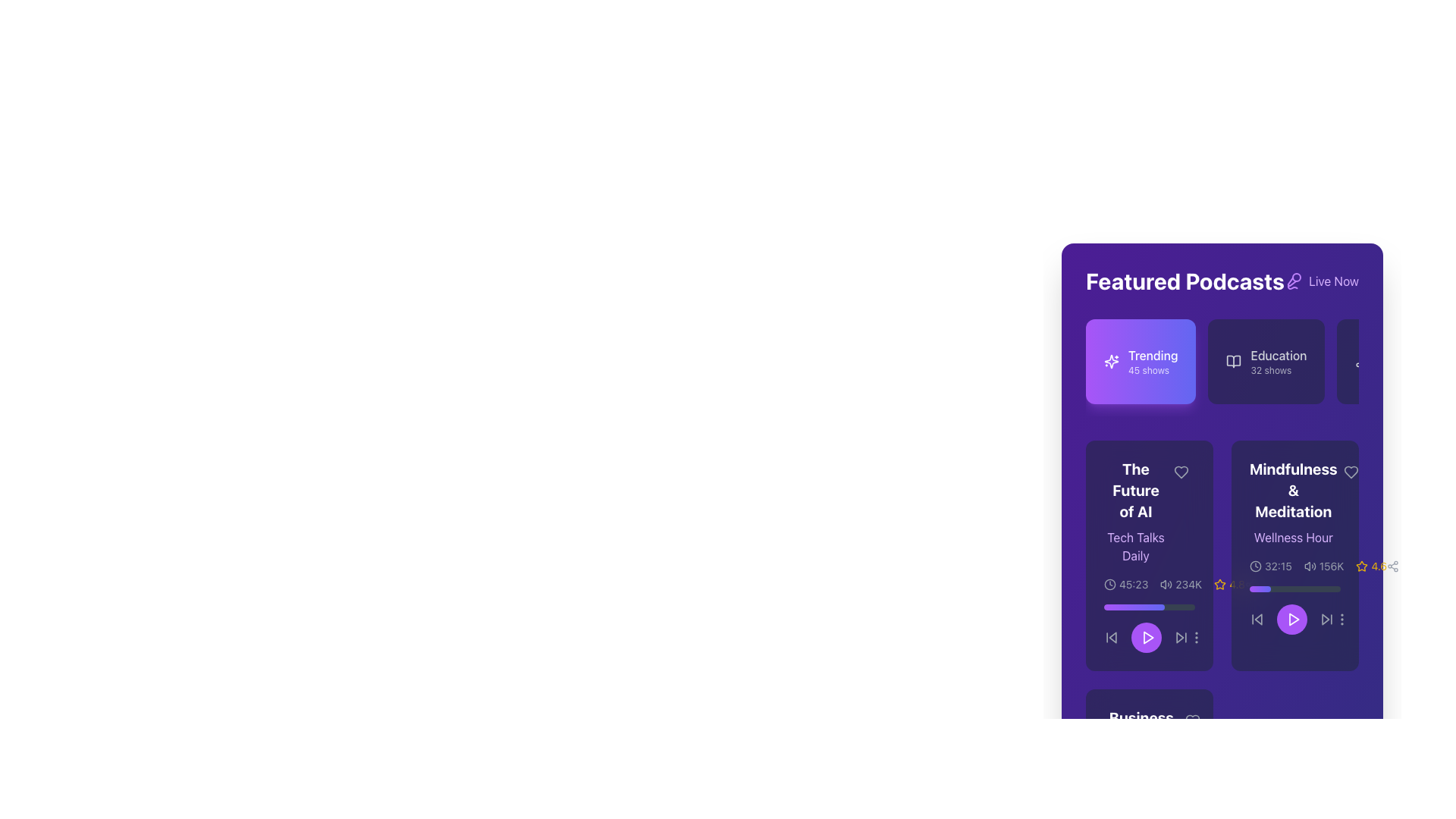 The height and width of the screenshot is (819, 1456). What do you see at coordinates (1110, 584) in the screenshot?
I see `the decorative circle element of the clock icon located in the audio player section for 'The Future of AI' podcast, positioned to the right of the playback duration time display` at bounding box center [1110, 584].